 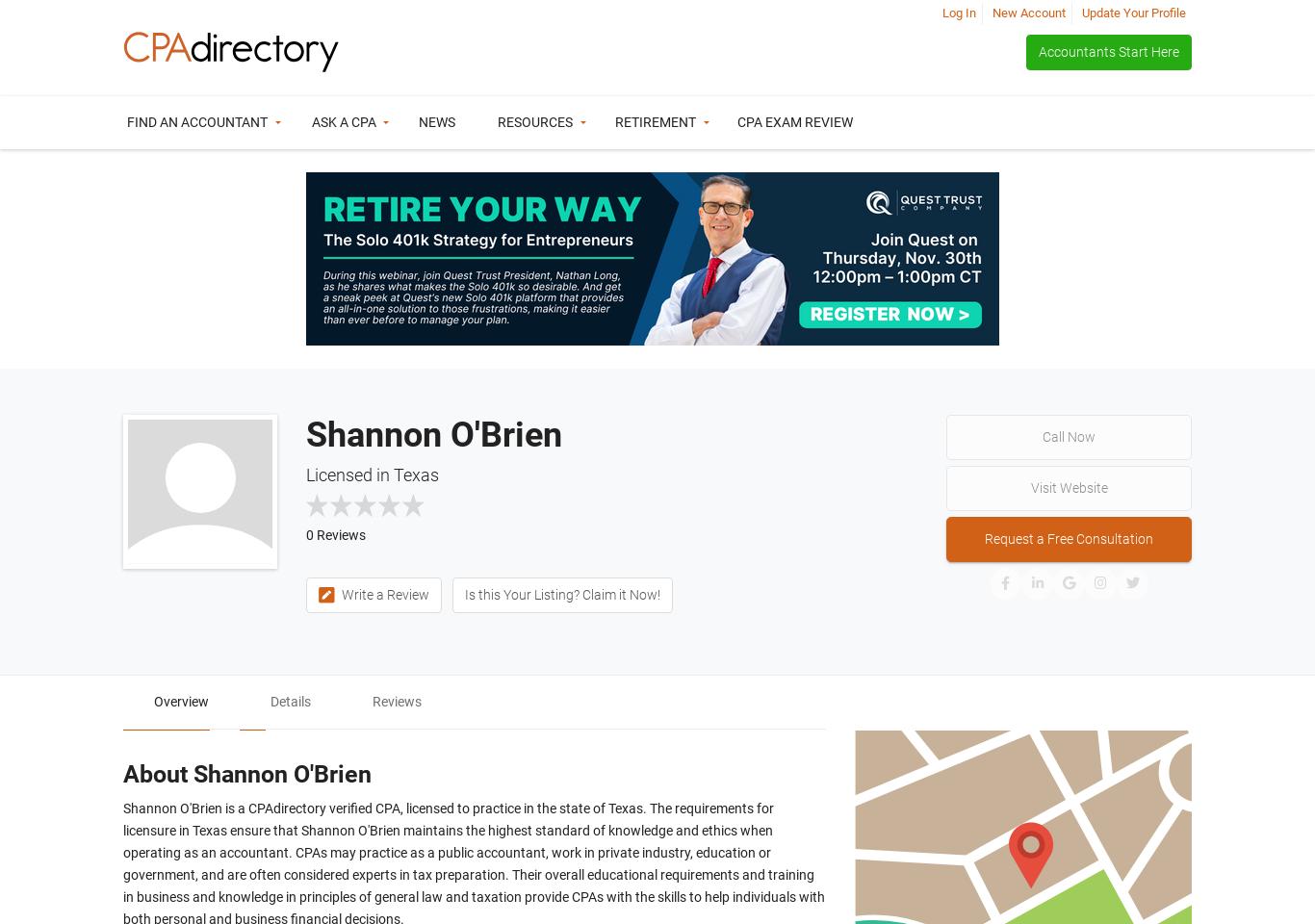 I want to click on 'Accountants Start Here', so click(x=1038, y=50).